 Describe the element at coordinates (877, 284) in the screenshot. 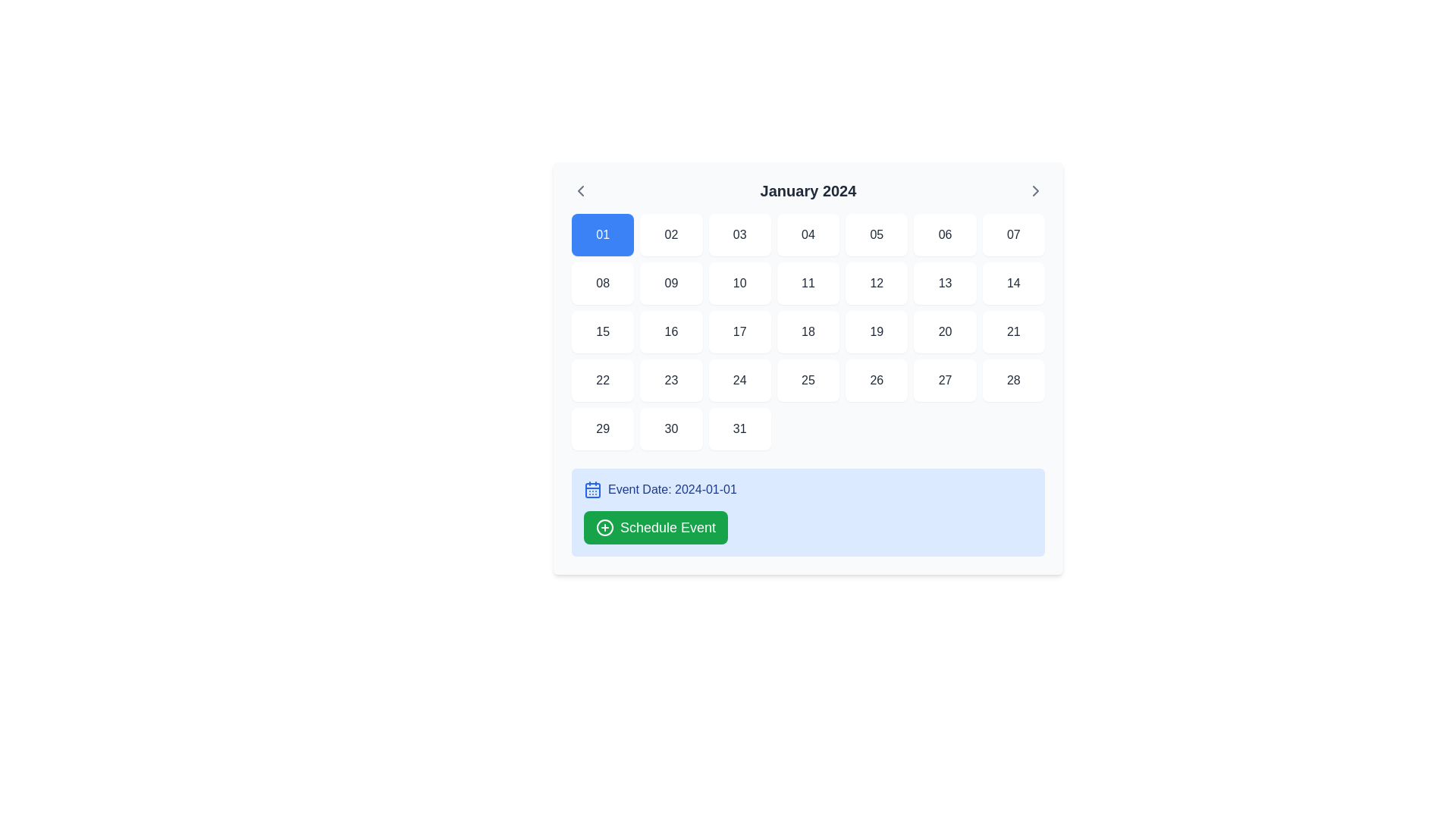

I see `the rectangular button labeled '12' with gray text on a white background, located in the second row and fifth column of the grid in the January 2024 calendar` at that location.